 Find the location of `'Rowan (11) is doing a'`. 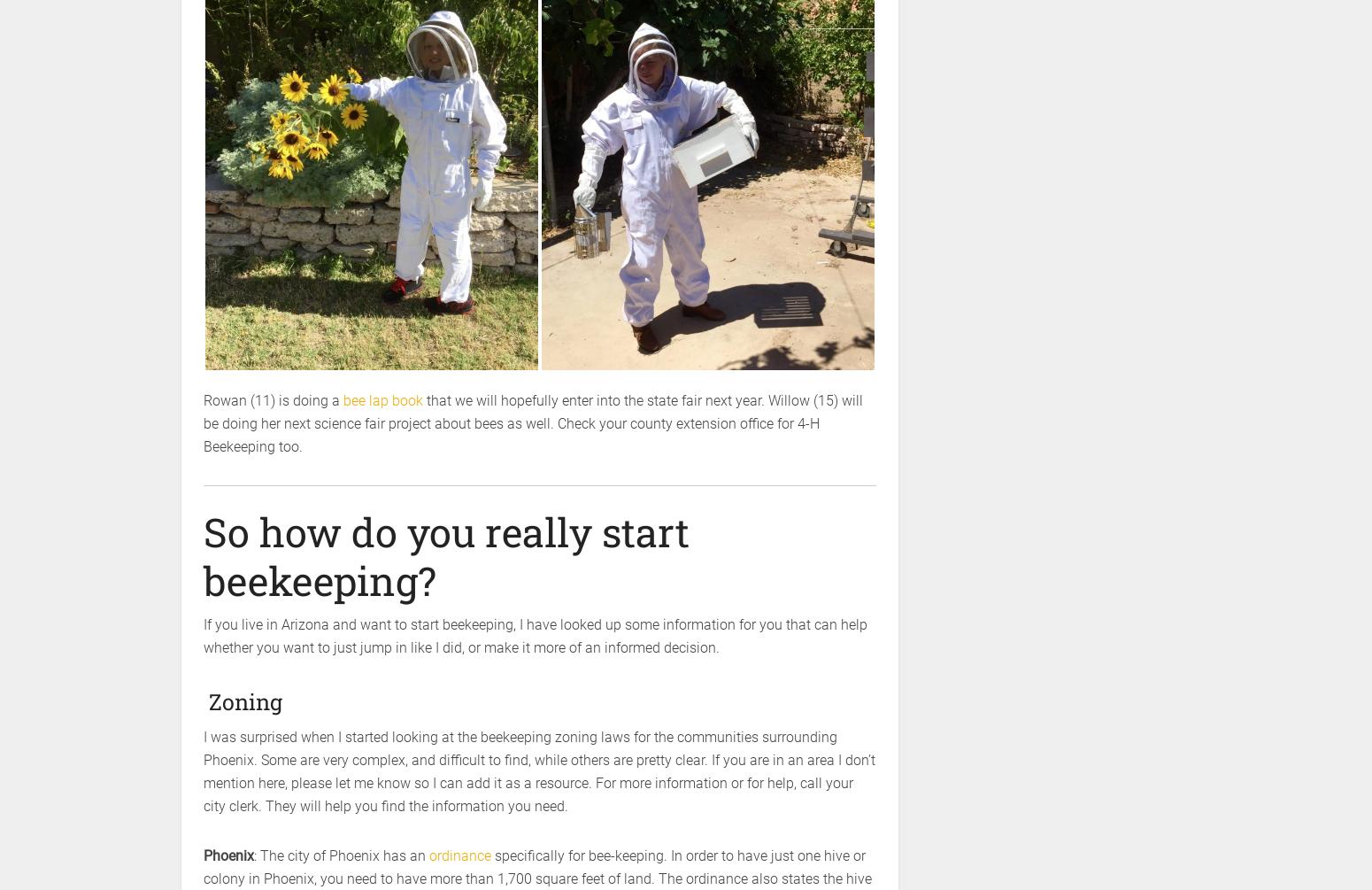

'Rowan (11) is doing a' is located at coordinates (203, 400).